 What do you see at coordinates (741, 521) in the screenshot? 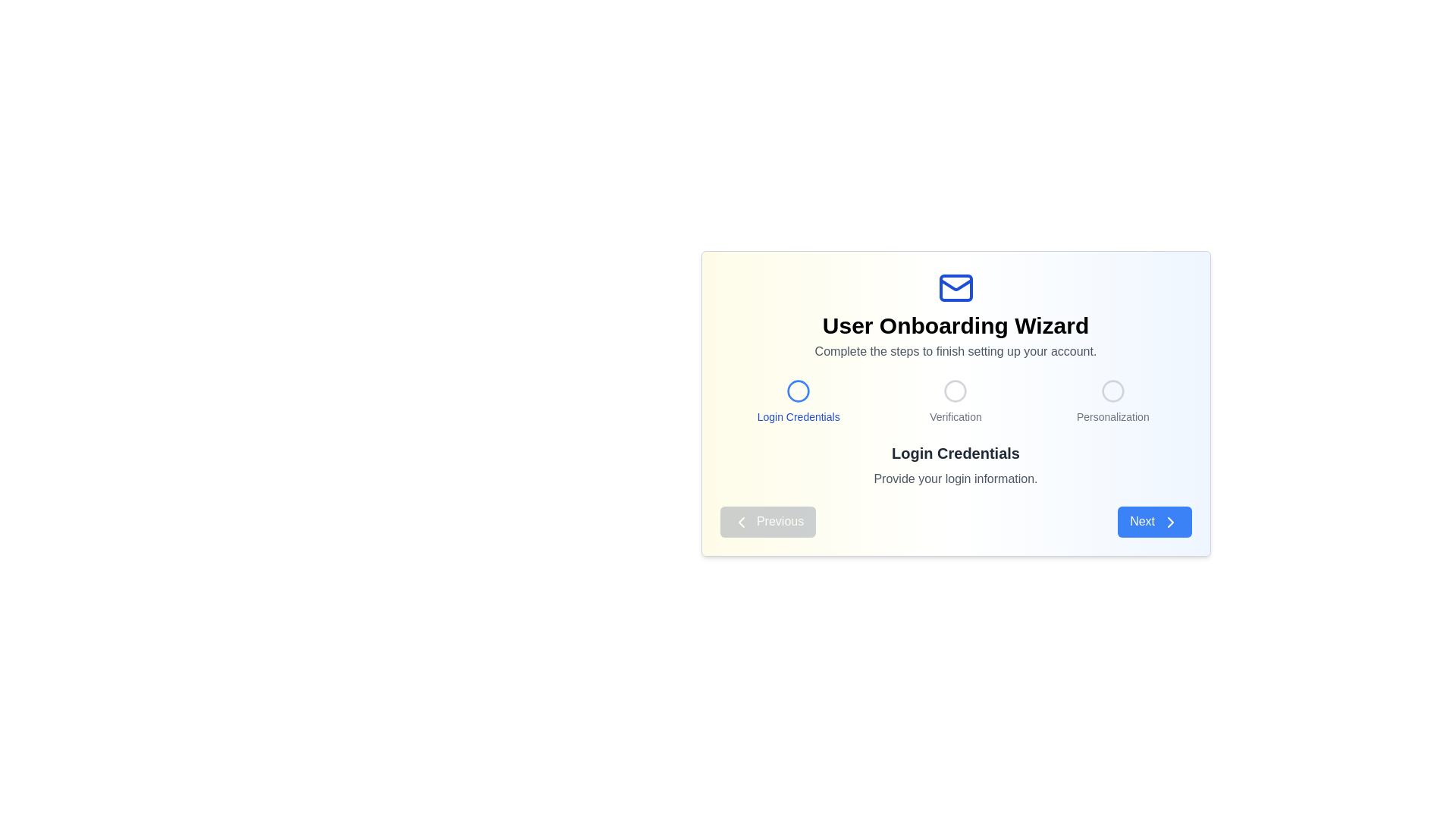
I see `the 'Previous' button that contains the chevron icon, which serves as a visual indicator for navigation to the previous step of the onboarding process` at bounding box center [741, 521].